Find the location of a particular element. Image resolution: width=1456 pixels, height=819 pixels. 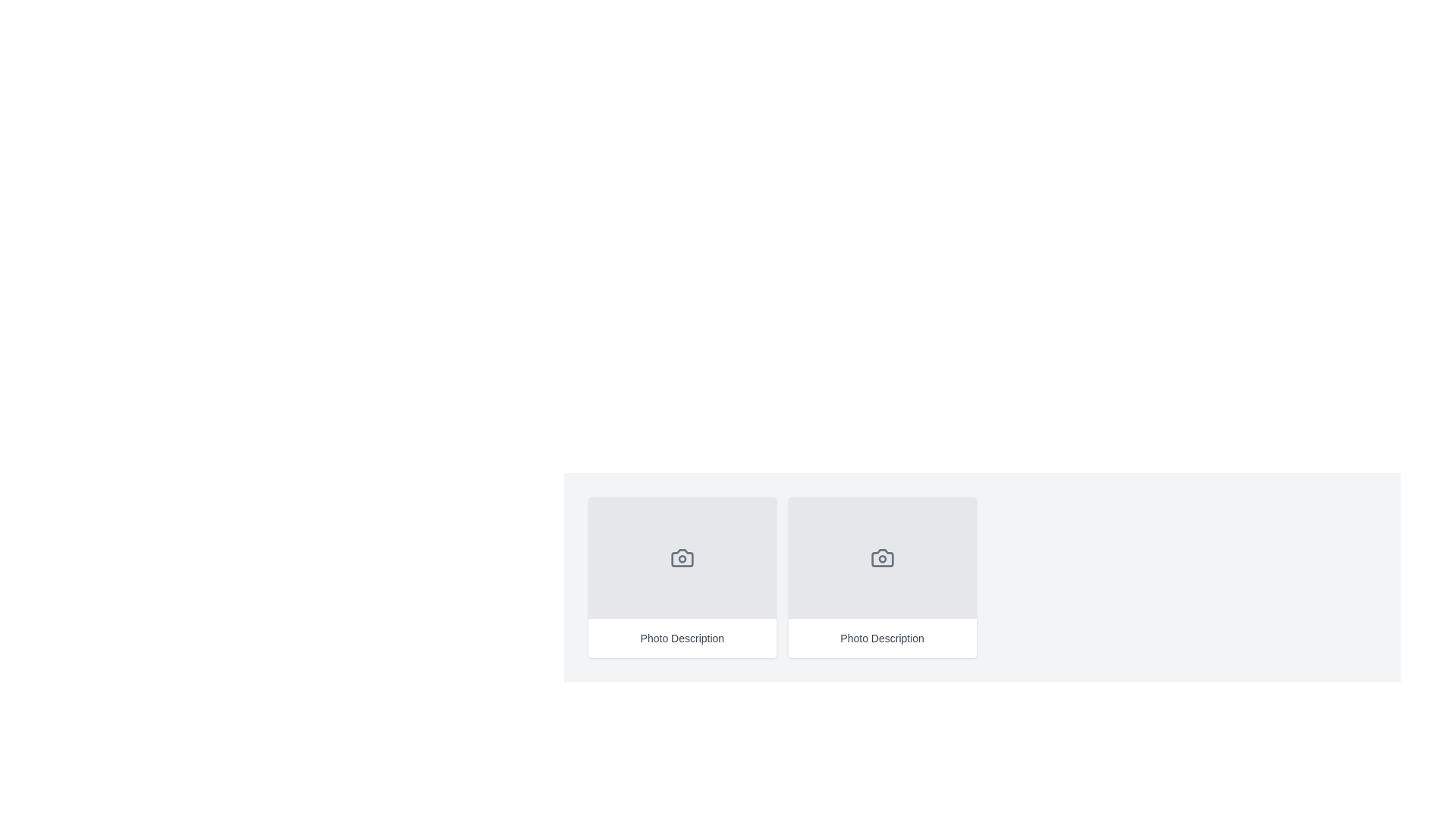

the camera icon located in the first card from the left, which represents a photo-related action in the user interface is located at coordinates (681, 558).